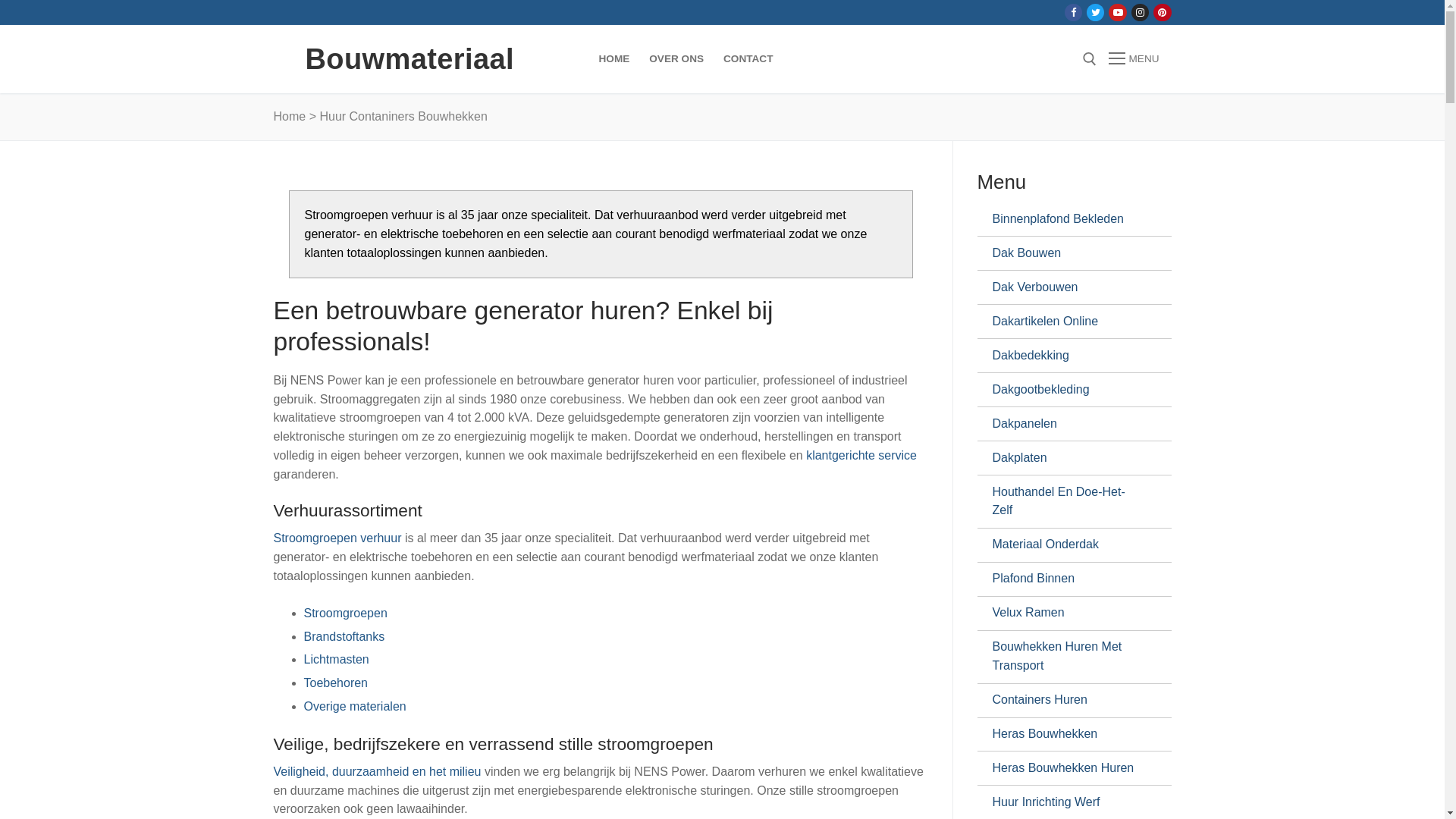 Image resolution: width=1456 pixels, height=819 pixels. I want to click on 'OVER ONS', so click(676, 58).